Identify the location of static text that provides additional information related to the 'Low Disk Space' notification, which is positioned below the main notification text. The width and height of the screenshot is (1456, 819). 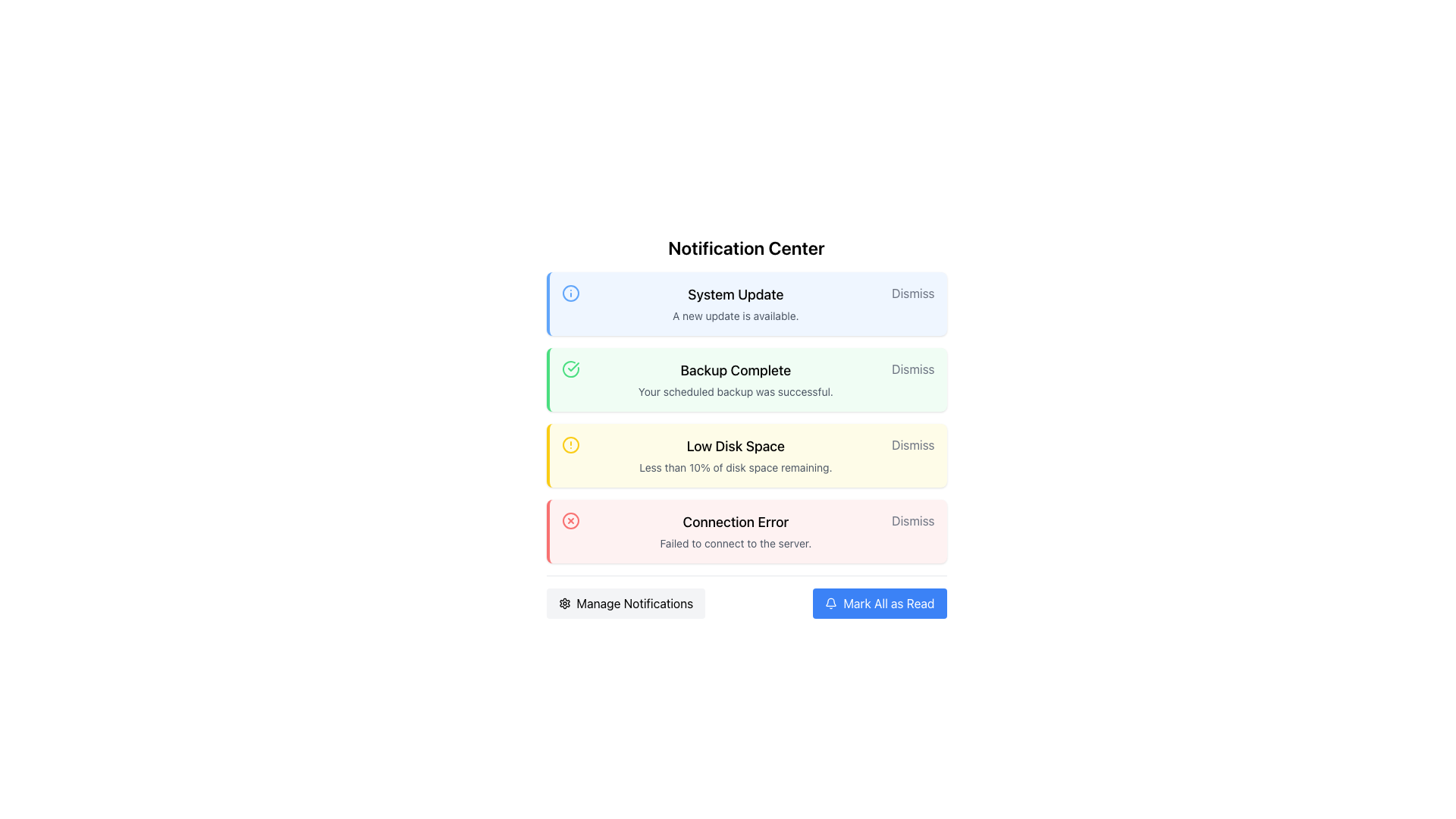
(736, 467).